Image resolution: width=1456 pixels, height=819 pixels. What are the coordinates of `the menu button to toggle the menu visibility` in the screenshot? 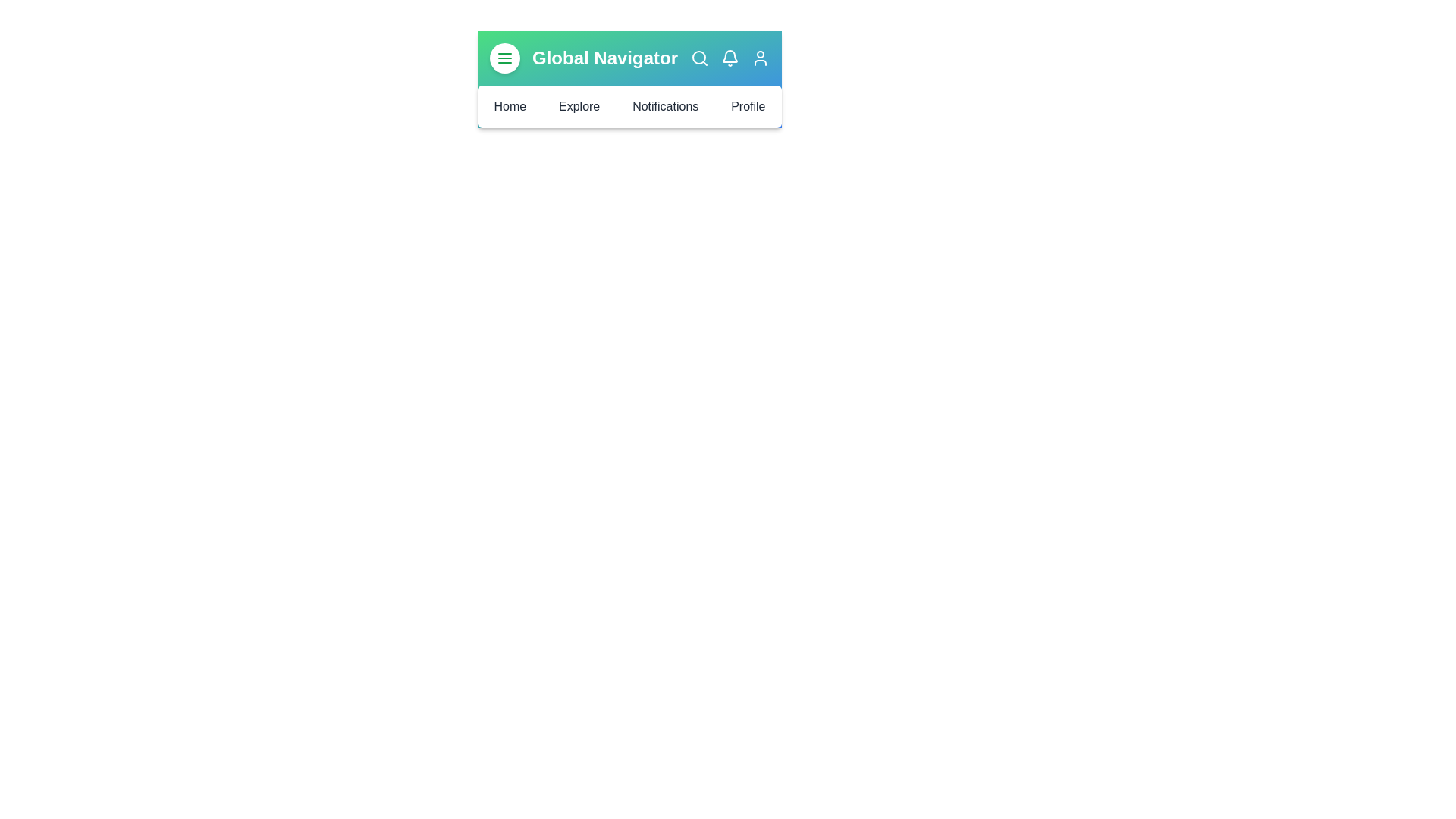 It's located at (505, 58).